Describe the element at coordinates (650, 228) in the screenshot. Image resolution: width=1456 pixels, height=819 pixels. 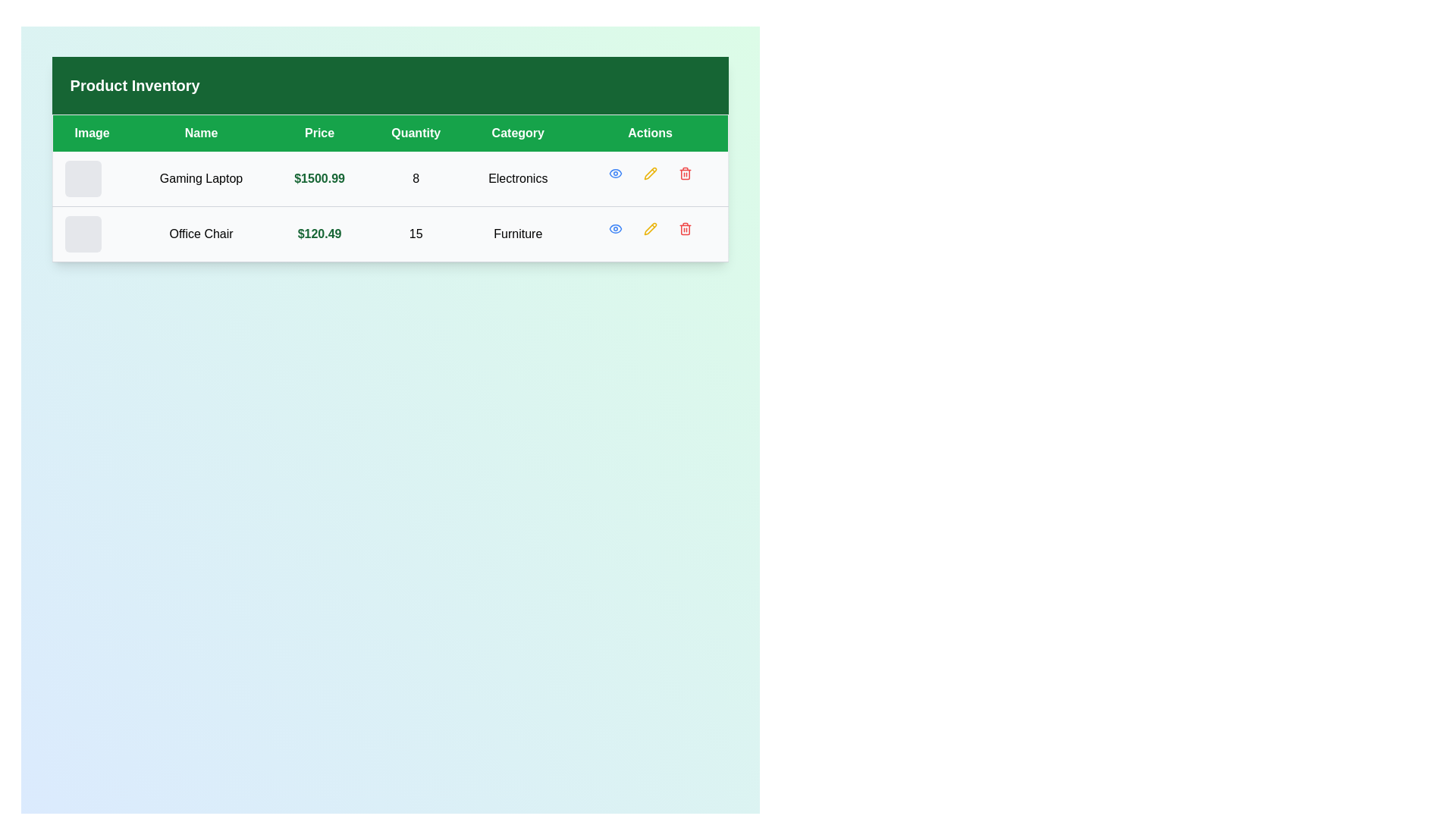
I see `the edit button located in the 'Actions' column of the second row of the product inventory table, next to 'Office Chair'` at that location.